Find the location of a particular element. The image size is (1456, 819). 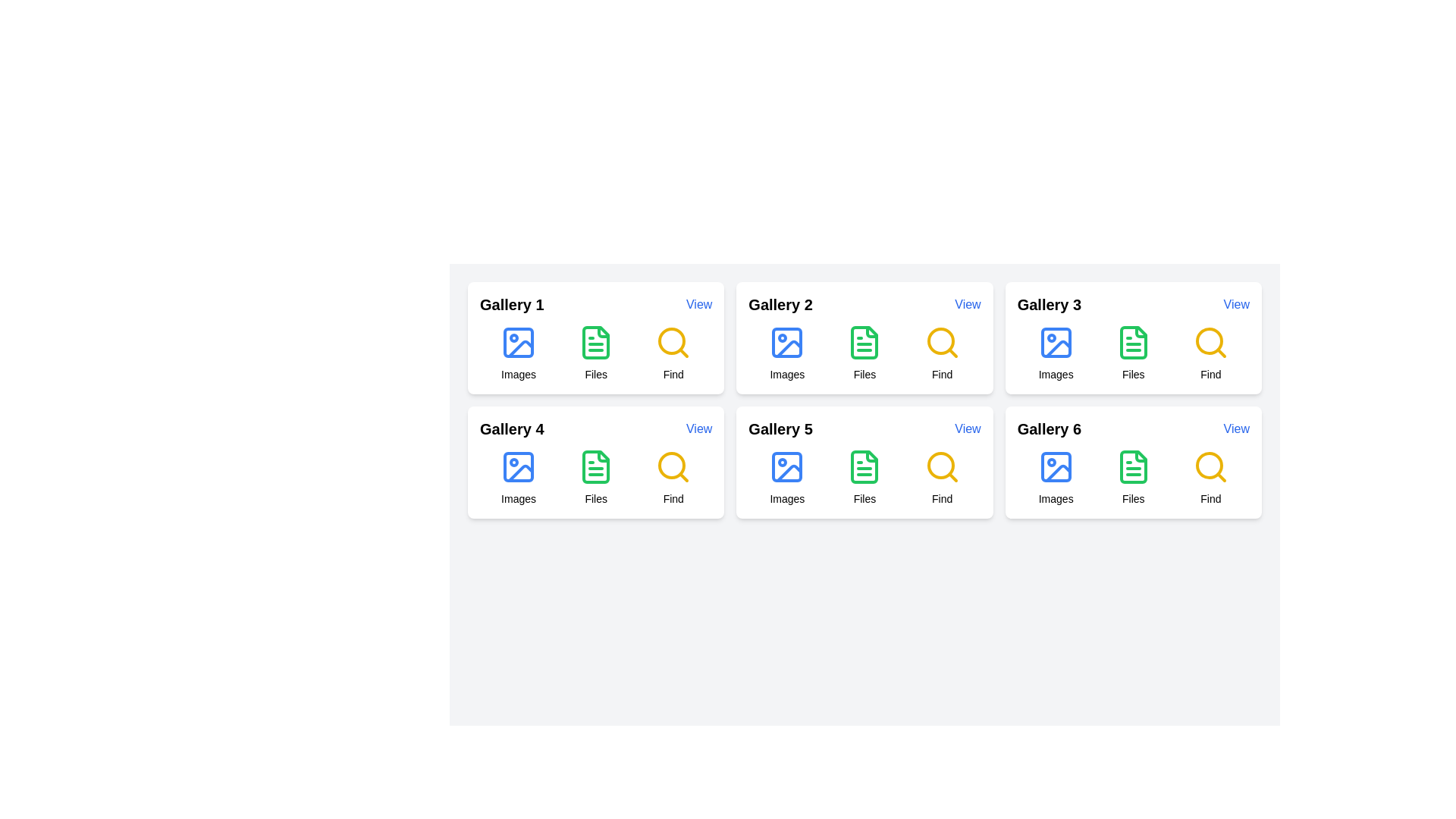

the 'Files' button which has a green outline document icon and is located below 'Gallery 1', positioned between 'Images' and 'Find' is located at coordinates (595, 353).